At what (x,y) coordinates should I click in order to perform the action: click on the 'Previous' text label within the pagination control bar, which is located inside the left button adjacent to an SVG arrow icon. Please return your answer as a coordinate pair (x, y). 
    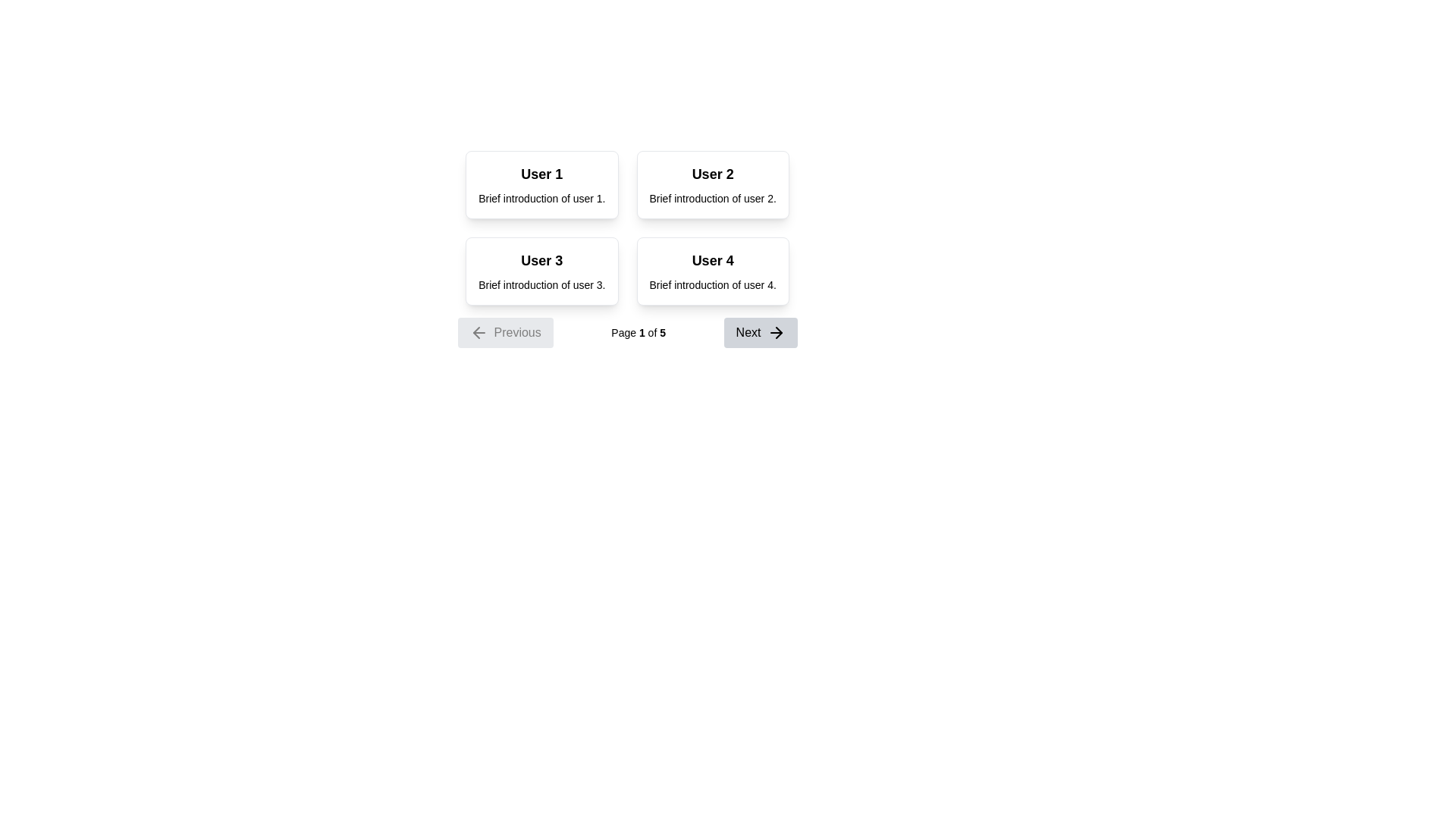
    Looking at the image, I should click on (517, 332).